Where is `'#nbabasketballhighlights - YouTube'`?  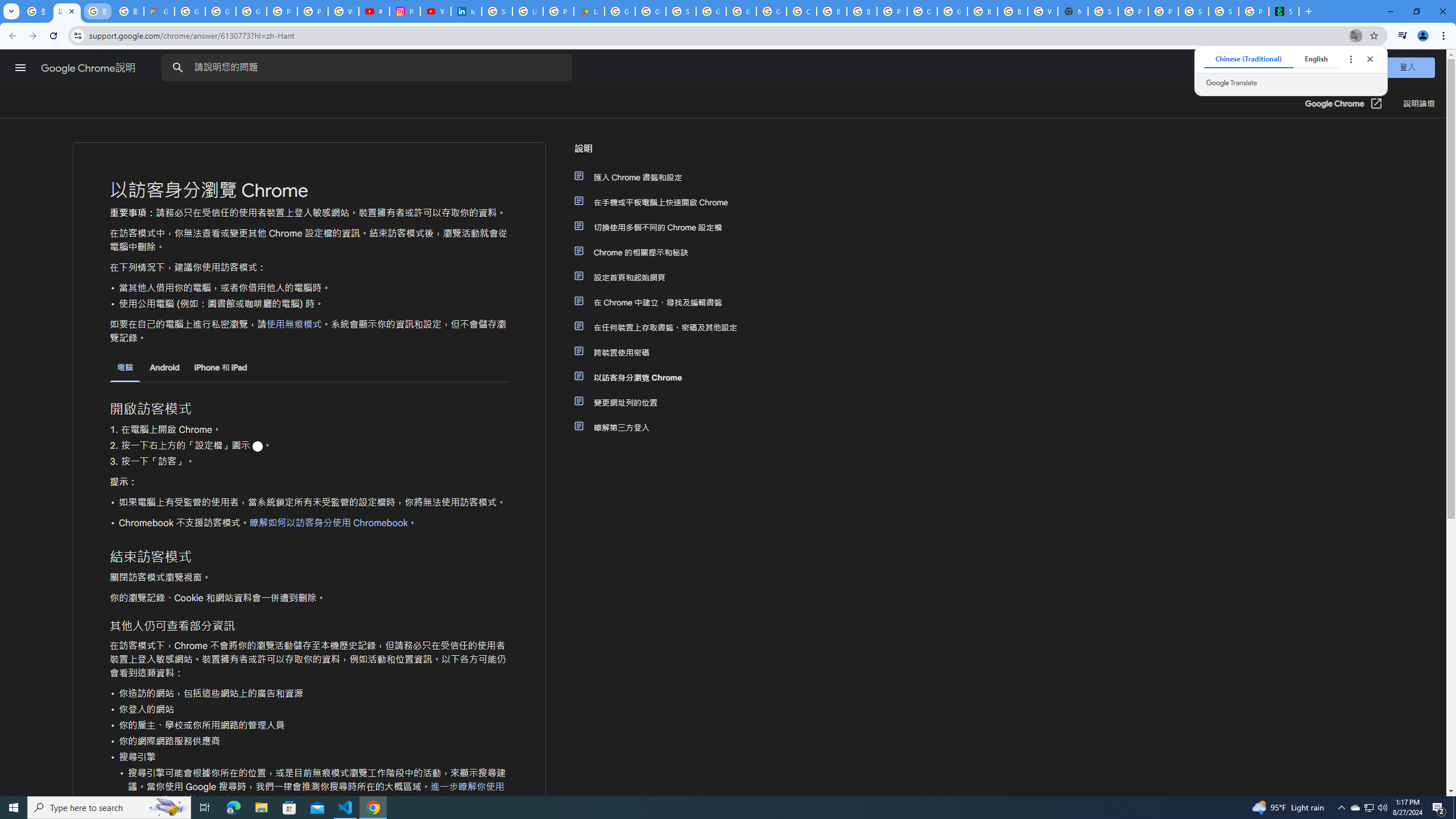
'#nbabasketballhighlights - YouTube' is located at coordinates (373, 11).